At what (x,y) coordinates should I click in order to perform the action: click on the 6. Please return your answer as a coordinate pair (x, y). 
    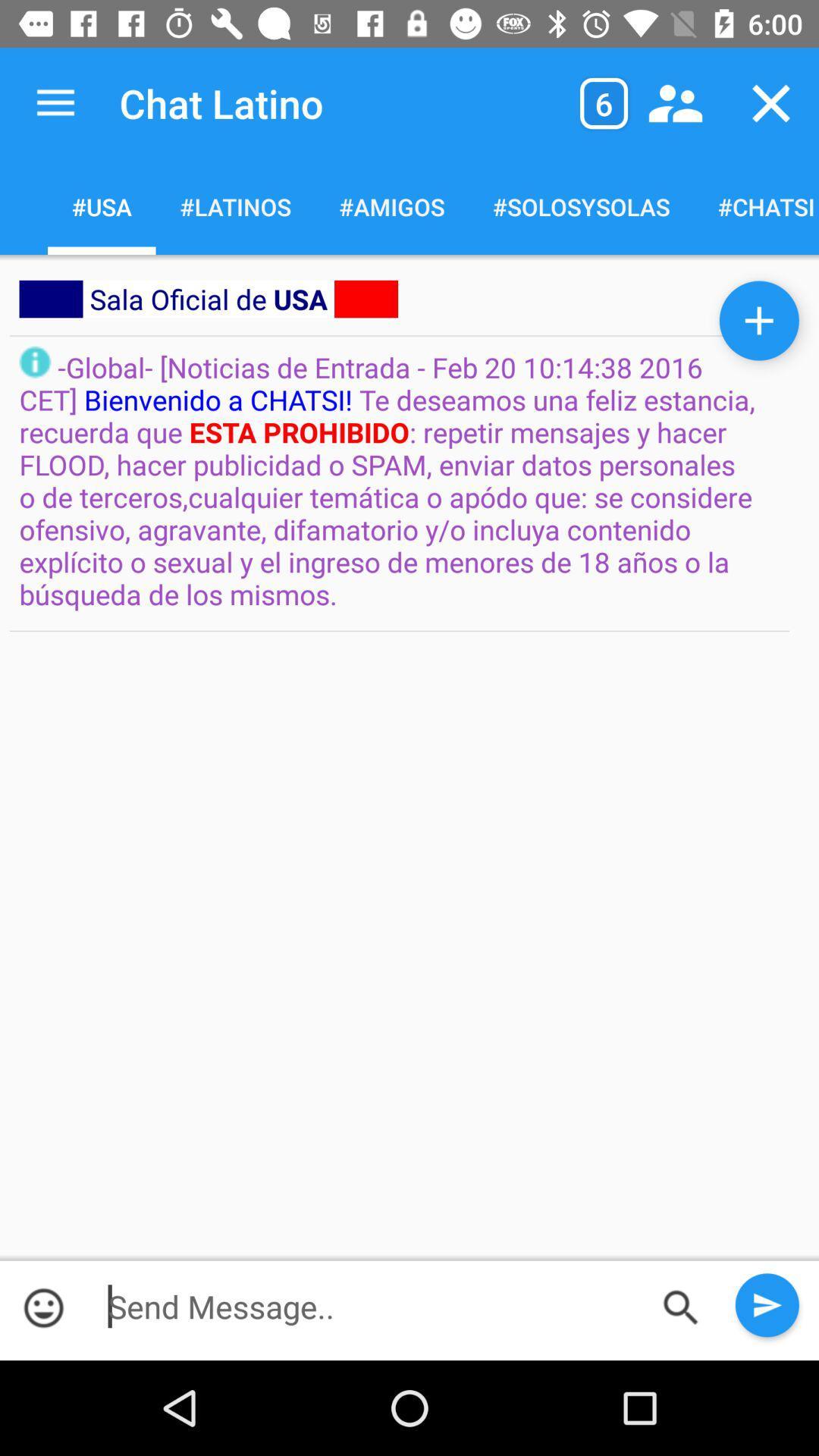
    Looking at the image, I should click on (603, 102).